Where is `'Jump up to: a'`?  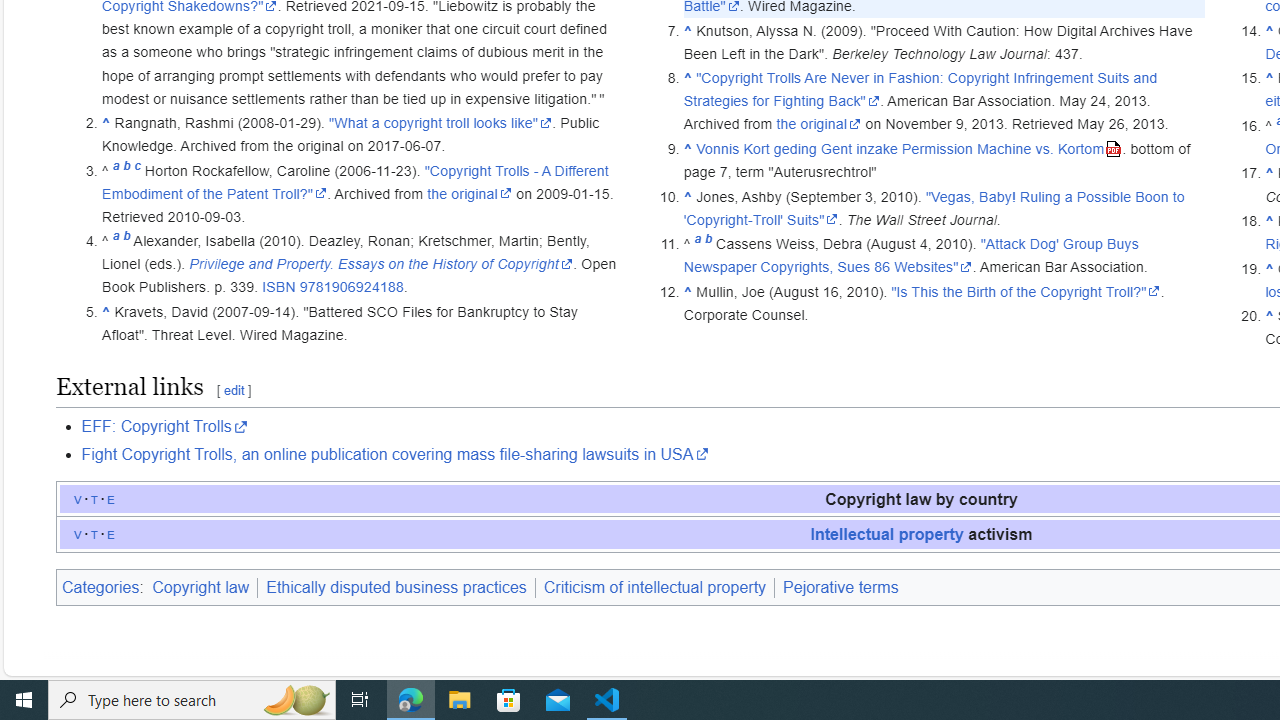 'Jump up to: a' is located at coordinates (697, 243).